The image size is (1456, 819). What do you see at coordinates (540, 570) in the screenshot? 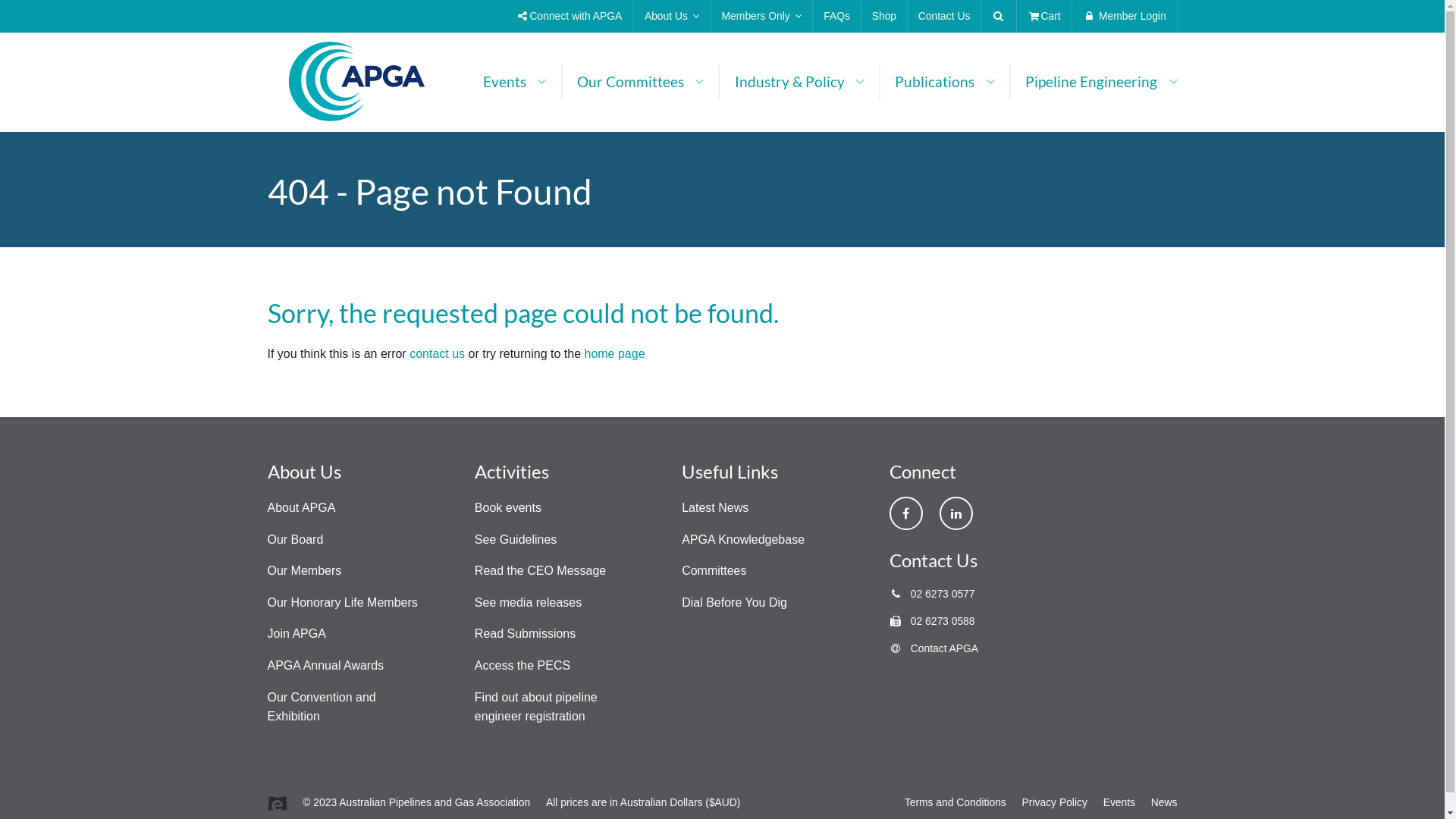
I see `'Read the CEO Message'` at bounding box center [540, 570].